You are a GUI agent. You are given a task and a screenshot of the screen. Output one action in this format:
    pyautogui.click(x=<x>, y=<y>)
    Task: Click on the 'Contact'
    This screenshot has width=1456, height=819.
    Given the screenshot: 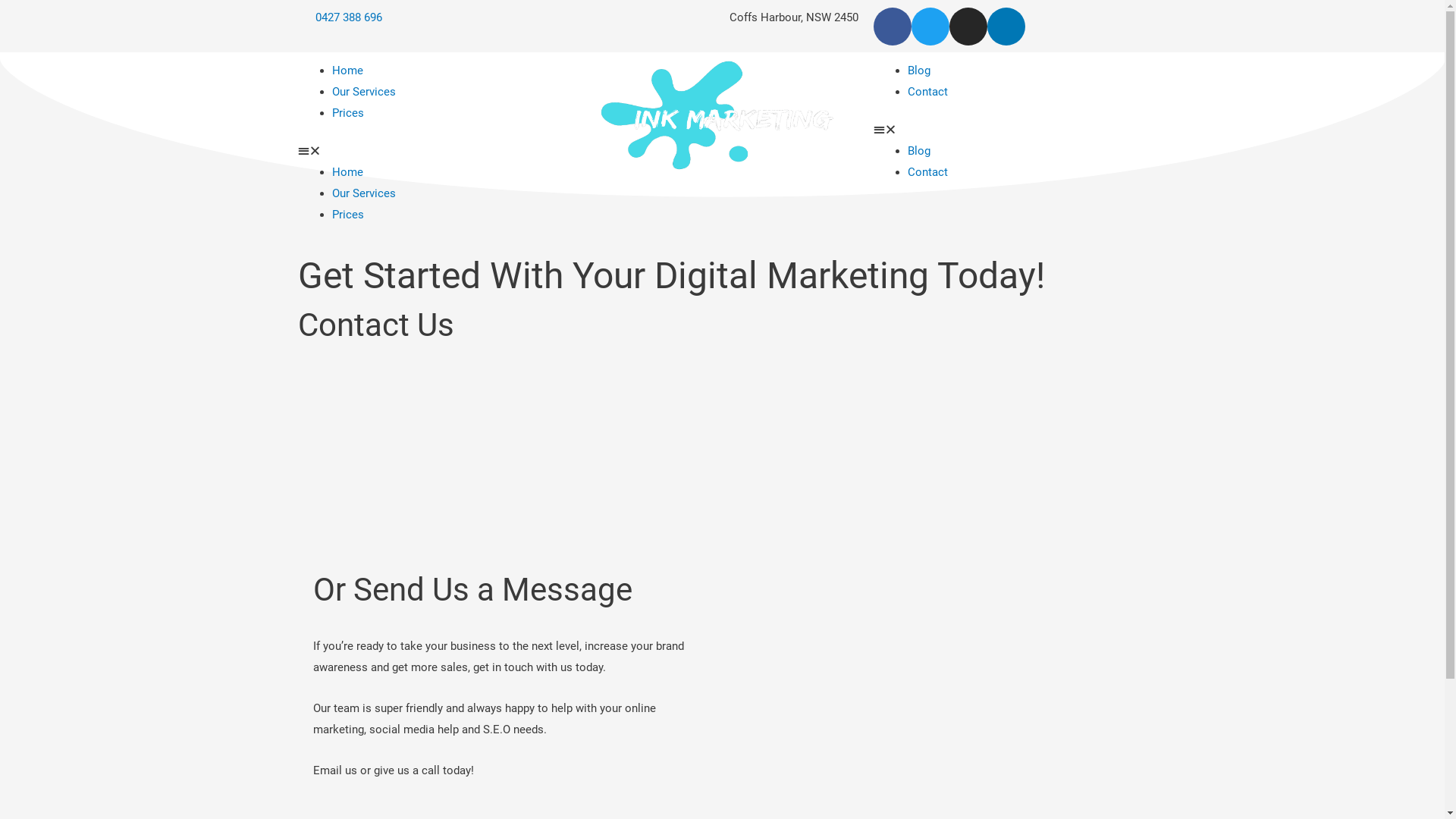 What is the action you would take?
    pyautogui.click(x=907, y=91)
    